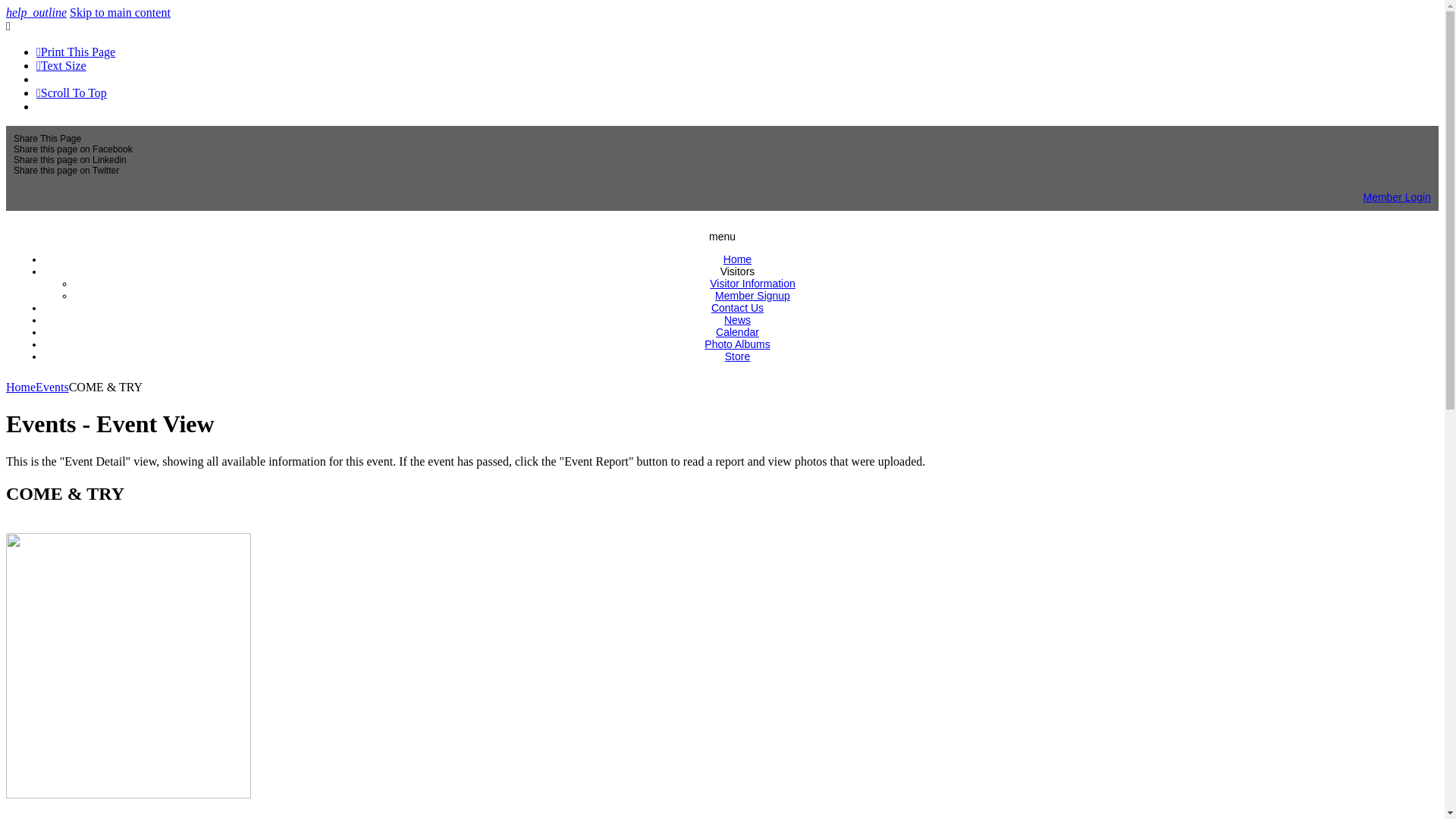  What do you see at coordinates (704, 344) in the screenshot?
I see `'Photo Albums'` at bounding box center [704, 344].